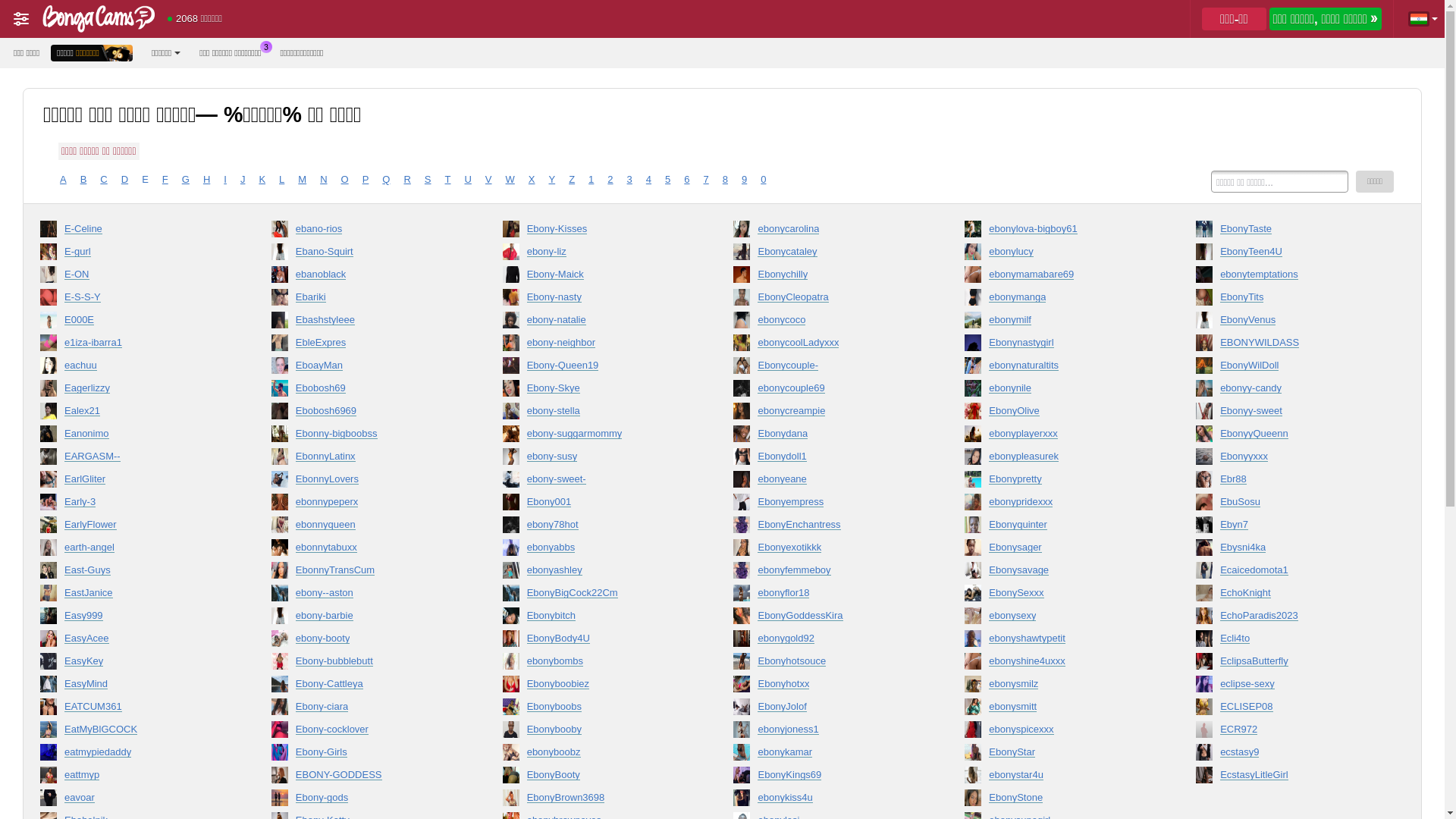  What do you see at coordinates (596, 253) in the screenshot?
I see `'ebony-liz'` at bounding box center [596, 253].